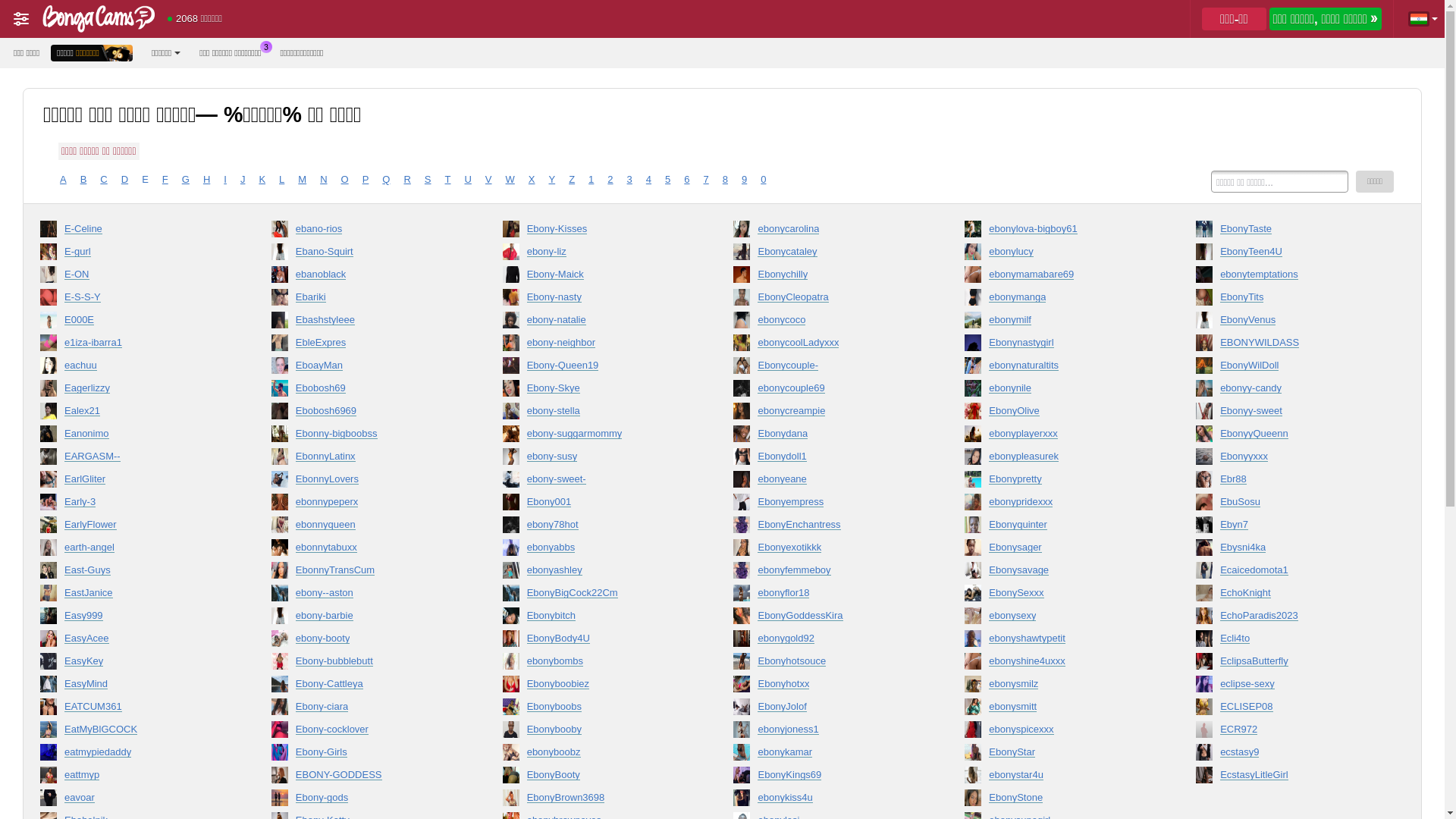  What do you see at coordinates (596, 253) in the screenshot?
I see `'ebony-liz'` at bounding box center [596, 253].